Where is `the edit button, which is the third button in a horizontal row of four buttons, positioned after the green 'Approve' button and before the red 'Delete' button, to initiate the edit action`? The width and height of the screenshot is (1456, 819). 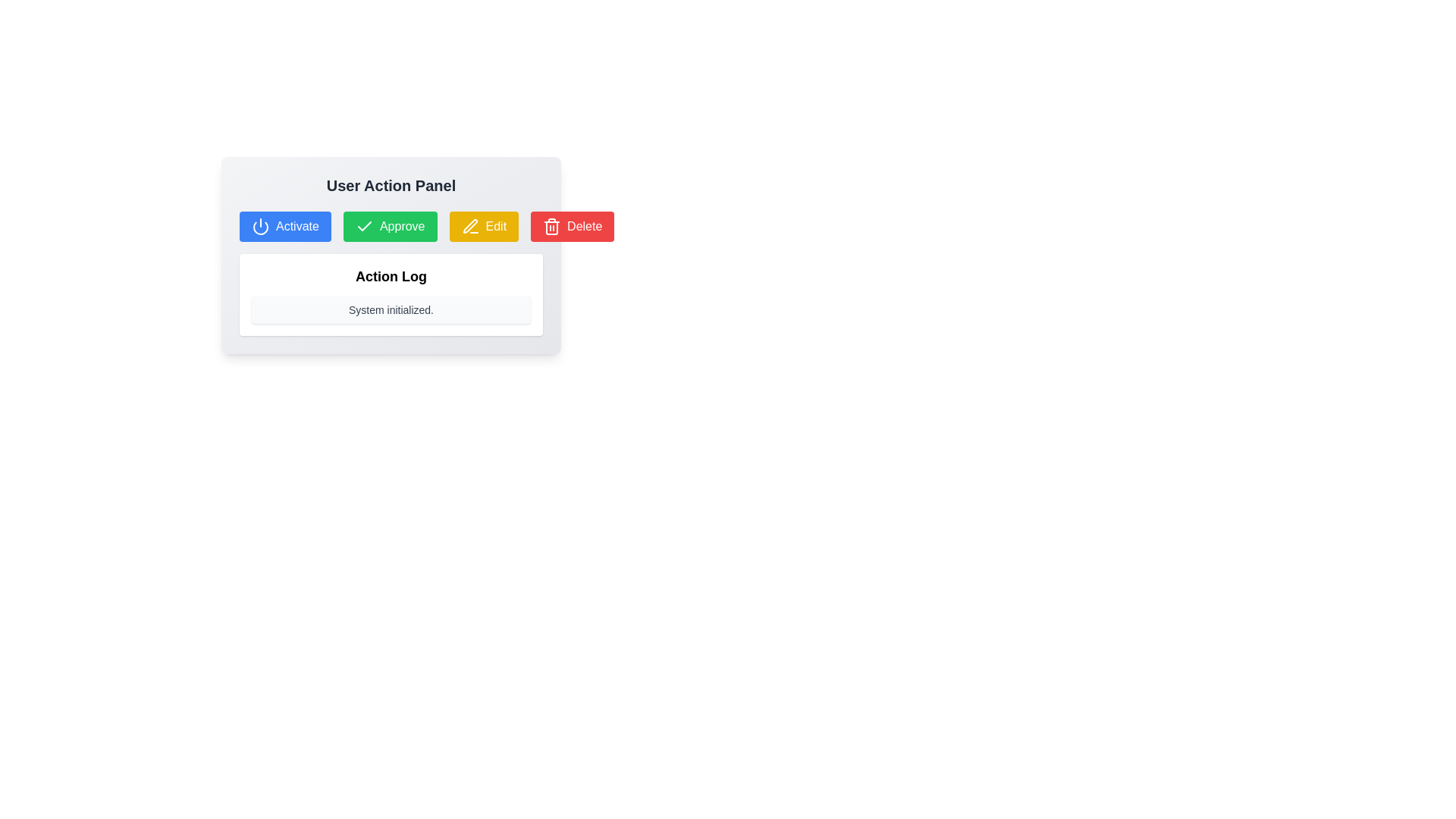 the edit button, which is the third button in a horizontal row of four buttons, positioned after the green 'Approve' button and before the red 'Delete' button, to initiate the edit action is located at coordinates (483, 227).